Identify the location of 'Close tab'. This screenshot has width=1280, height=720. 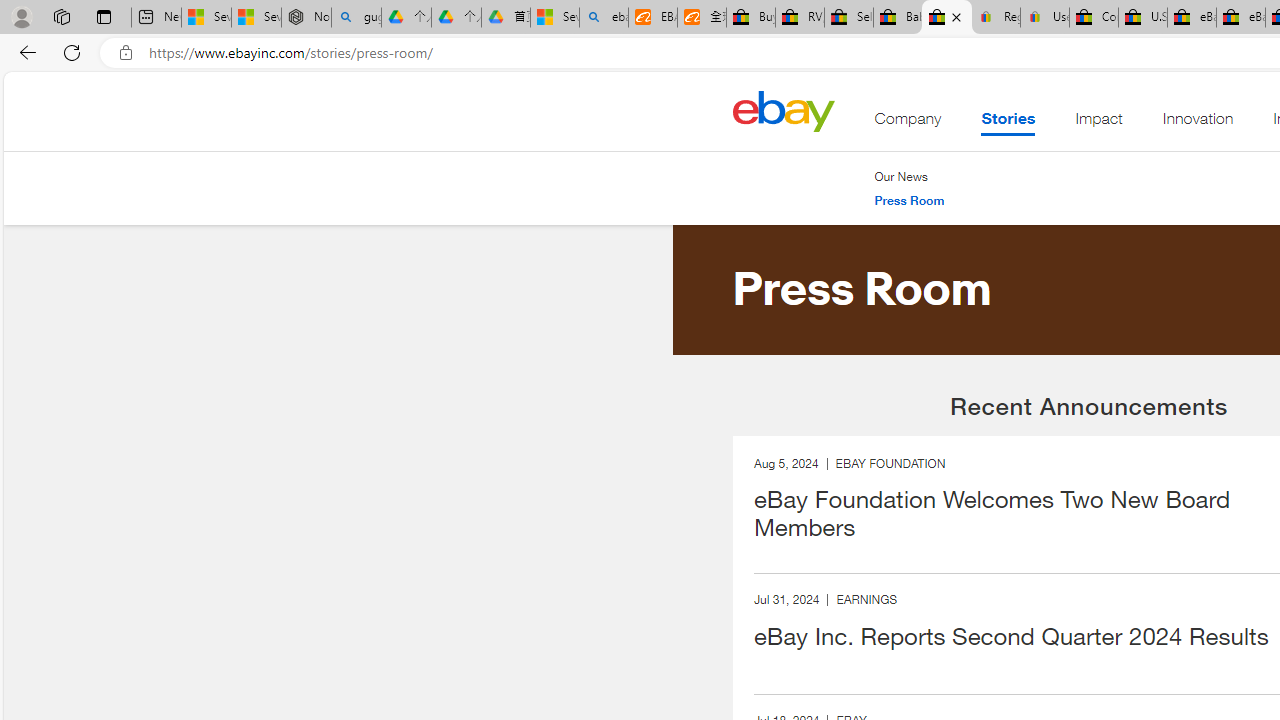
(955, 17).